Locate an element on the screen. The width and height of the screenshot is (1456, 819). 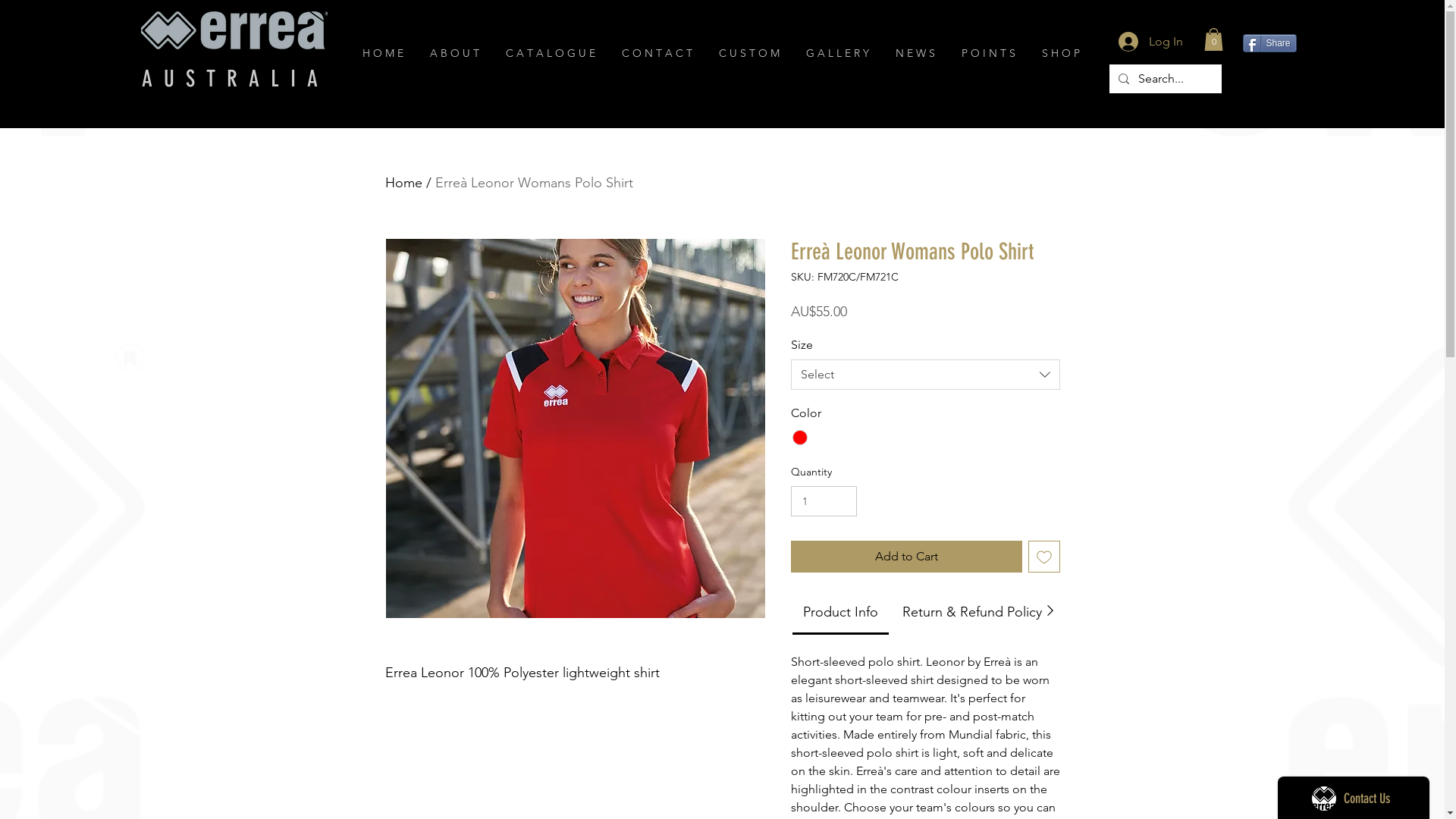
'P O I N T S' is located at coordinates (990, 52).